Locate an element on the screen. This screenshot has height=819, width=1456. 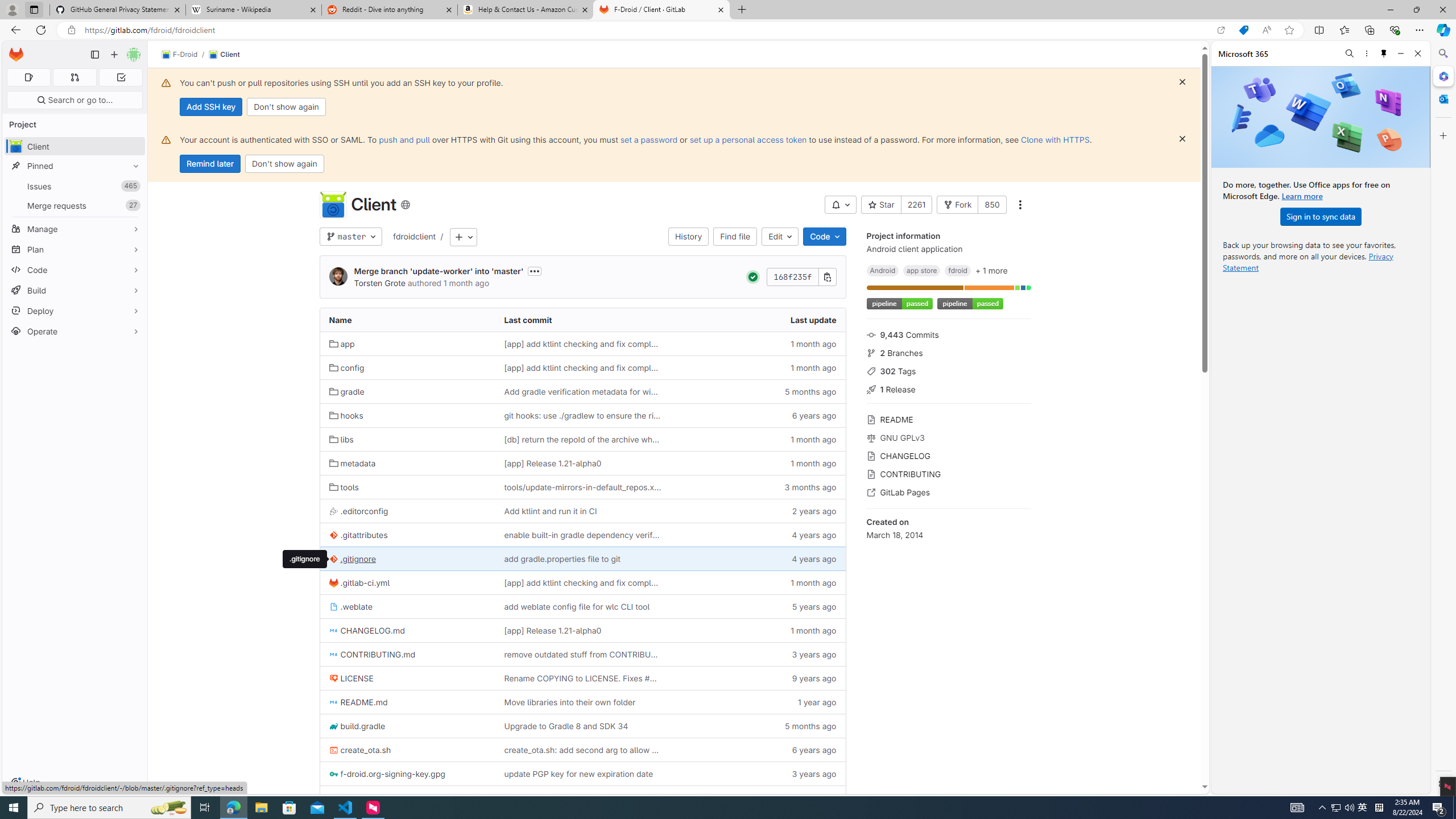
'Move libraries into their own folder' is located at coordinates (570, 701).